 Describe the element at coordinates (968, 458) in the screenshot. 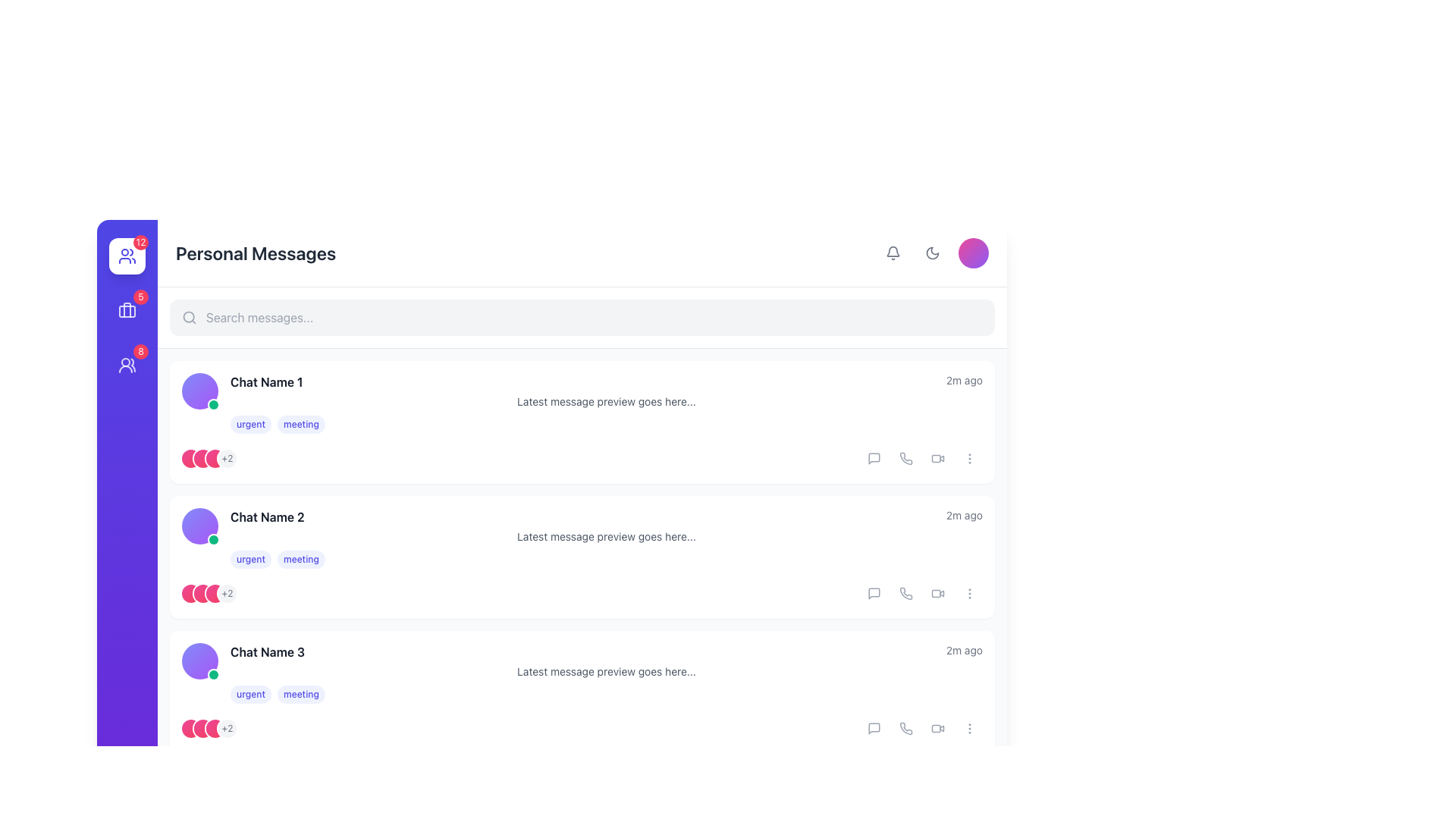

I see `the interactive vertical ellipsis icon located at the far-right side of the row` at that location.